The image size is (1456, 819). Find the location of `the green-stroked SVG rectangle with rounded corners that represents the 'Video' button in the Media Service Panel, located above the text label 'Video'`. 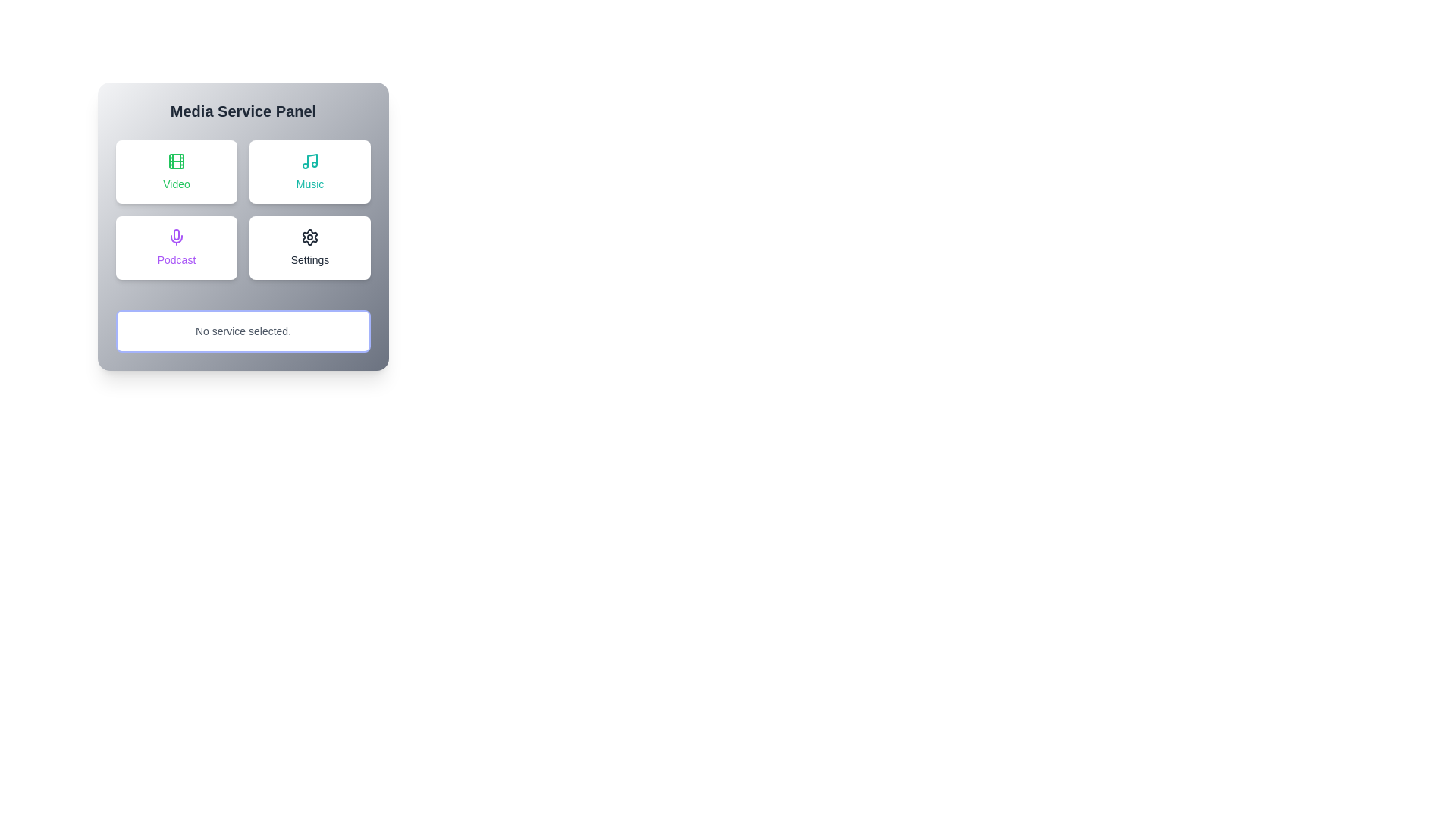

the green-stroked SVG rectangle with rounded corners that represents the 'Video' button in the Media Service Panel, located above the text label 'Video' is located at coordinates (177, 161).